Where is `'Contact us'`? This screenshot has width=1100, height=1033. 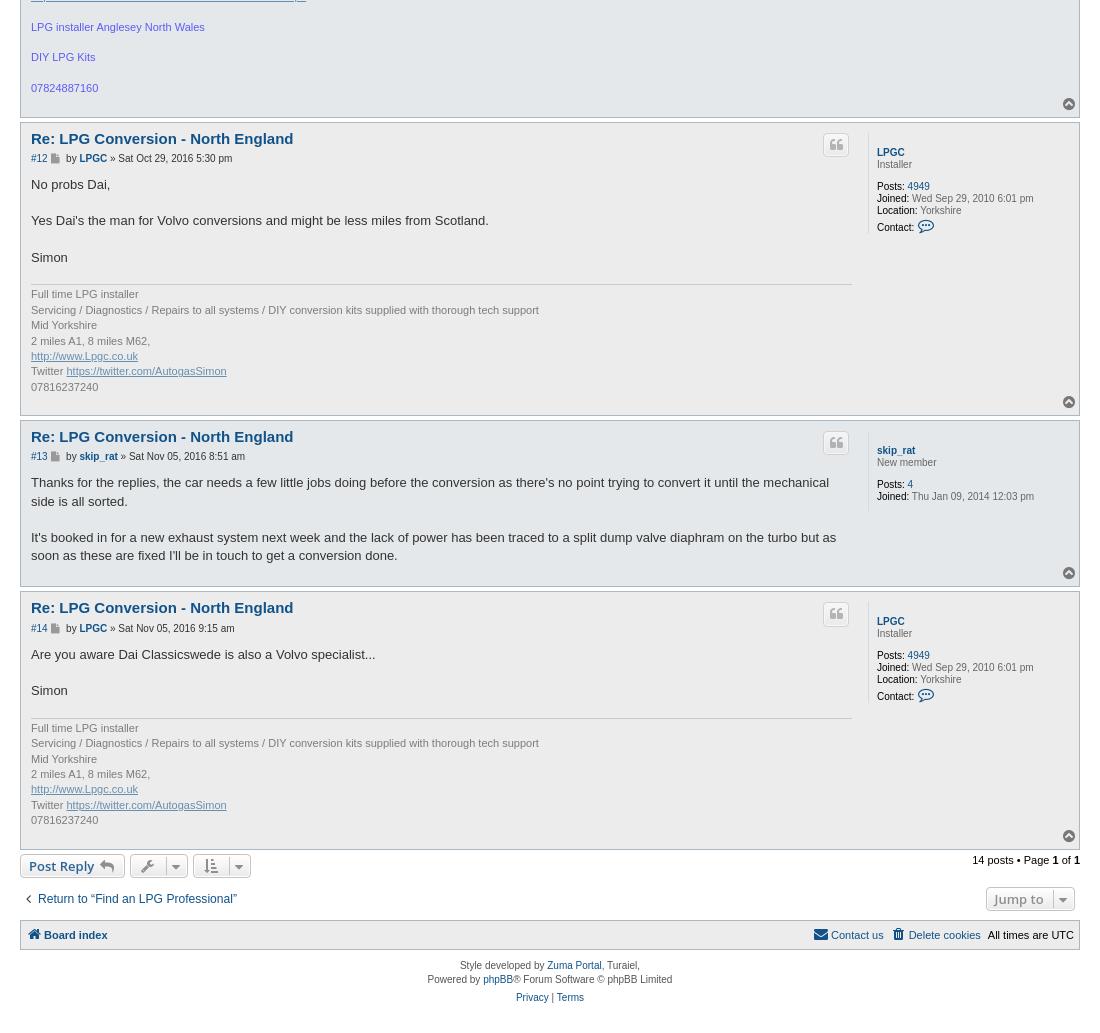
'Contact us' is located at coordinates (830, 933).